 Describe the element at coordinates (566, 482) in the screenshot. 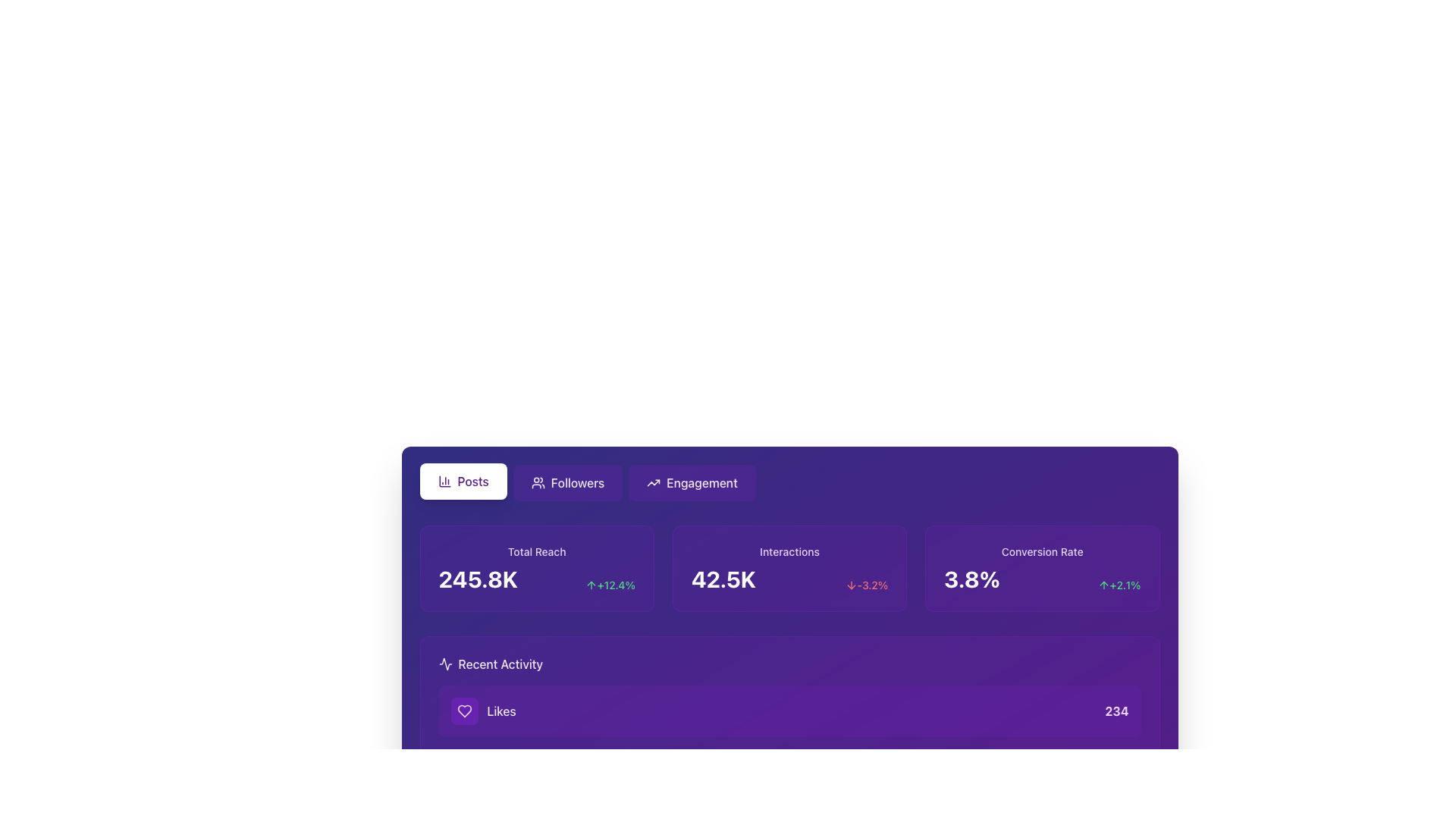

I see `the 'Followers' button` at that location.